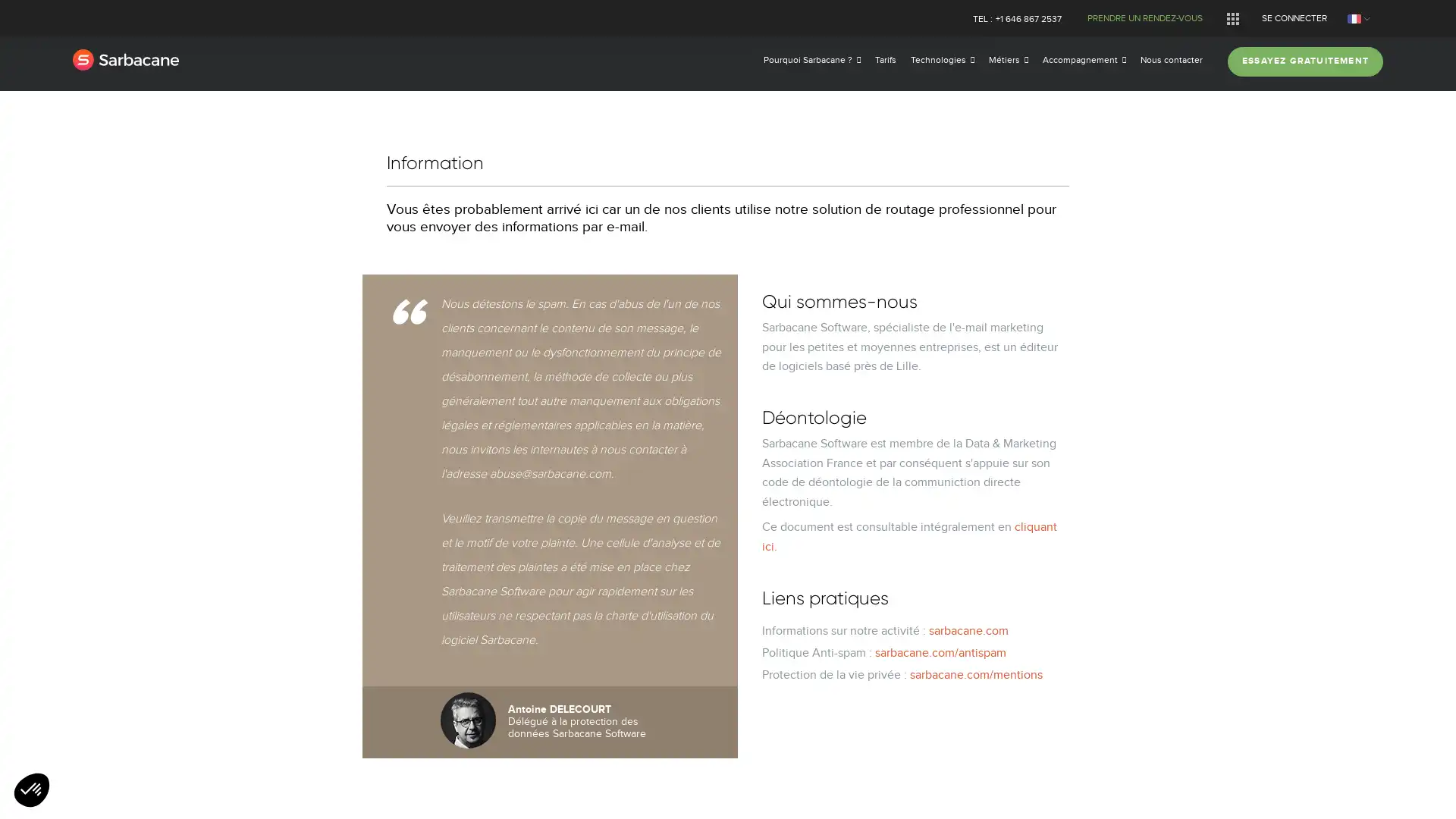  I want to click on Manage your preferences about cookies, so click(32, 790).